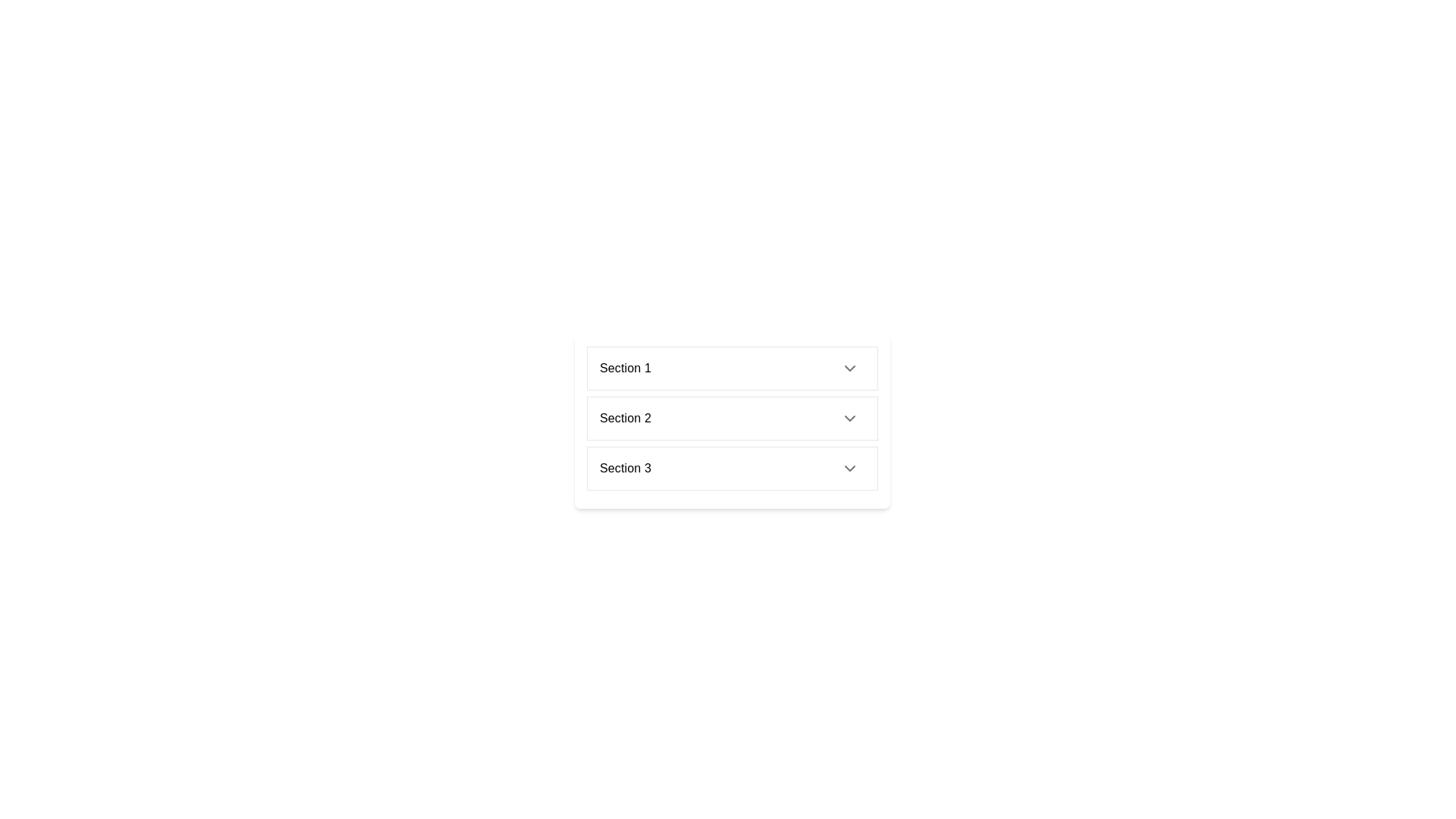 This screenshot has width=1456, height=819. Describe the element at coordinates (850, 467) in the screenshot. I see `the button with an icon that expands or collapses additional content related to the 'Section 3' label` at that location.